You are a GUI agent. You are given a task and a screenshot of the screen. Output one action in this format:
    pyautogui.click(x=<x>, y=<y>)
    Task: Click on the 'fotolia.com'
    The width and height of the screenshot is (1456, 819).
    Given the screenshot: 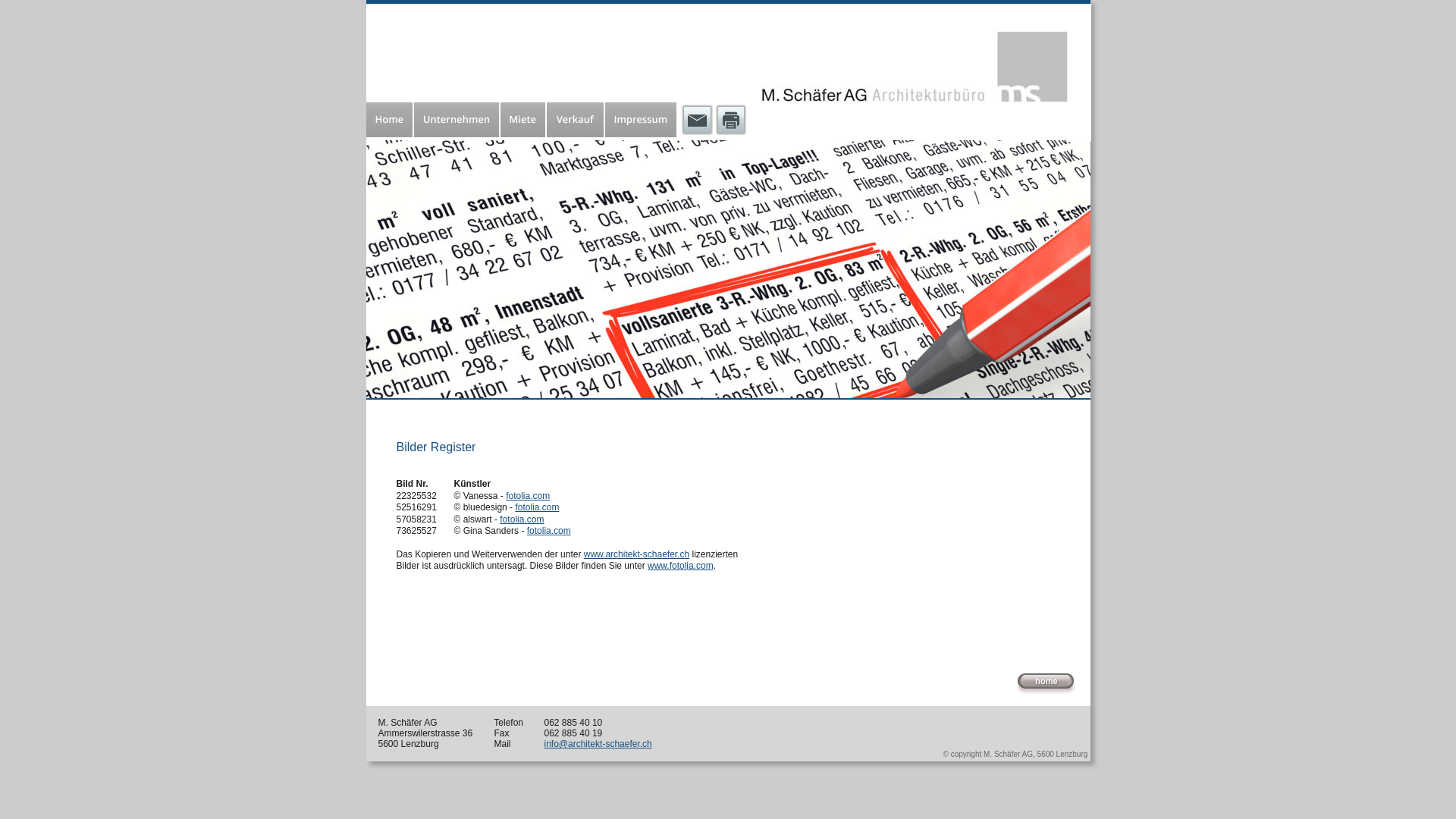 What is the action you would take?
    pyautogui.click(x=548, y=529)
    